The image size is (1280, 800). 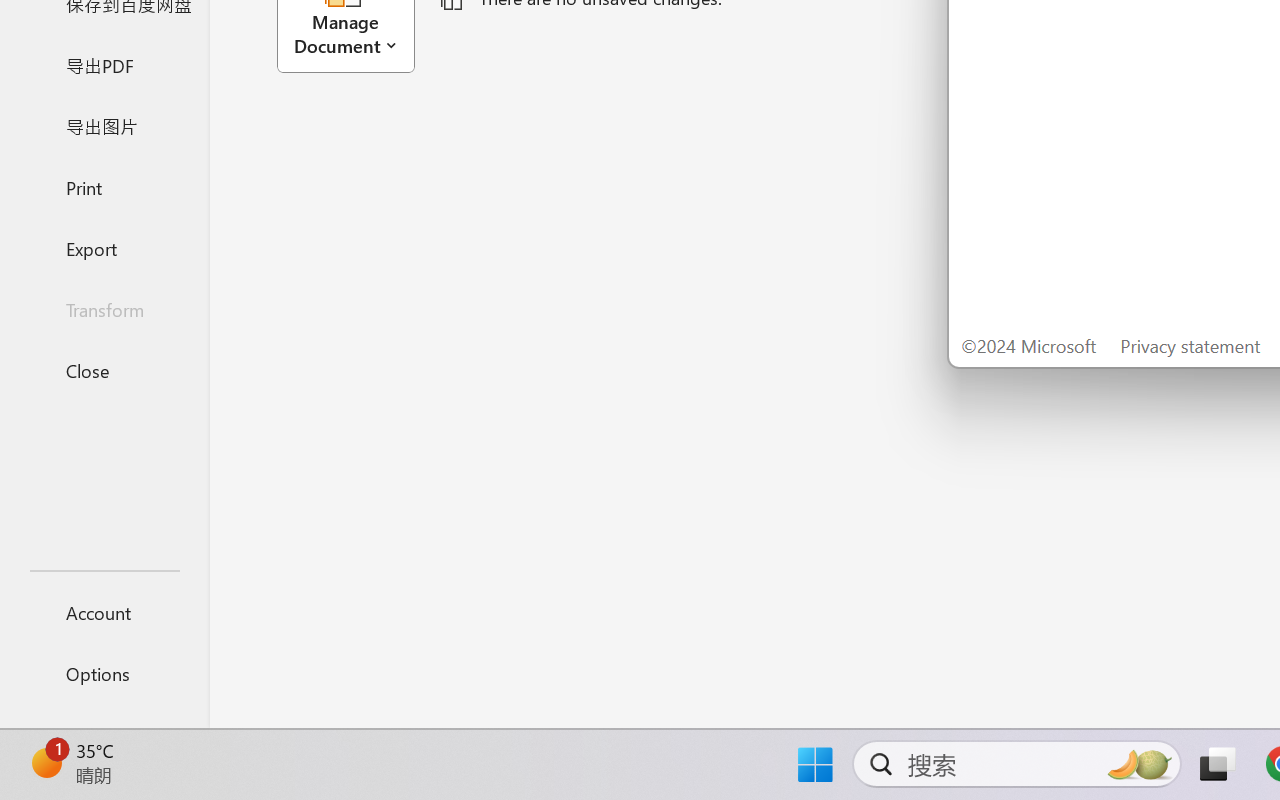 What do you see at coordinates (103, 247) in the screenshot?
I see `'Export'` at bounding box center [103, 247].